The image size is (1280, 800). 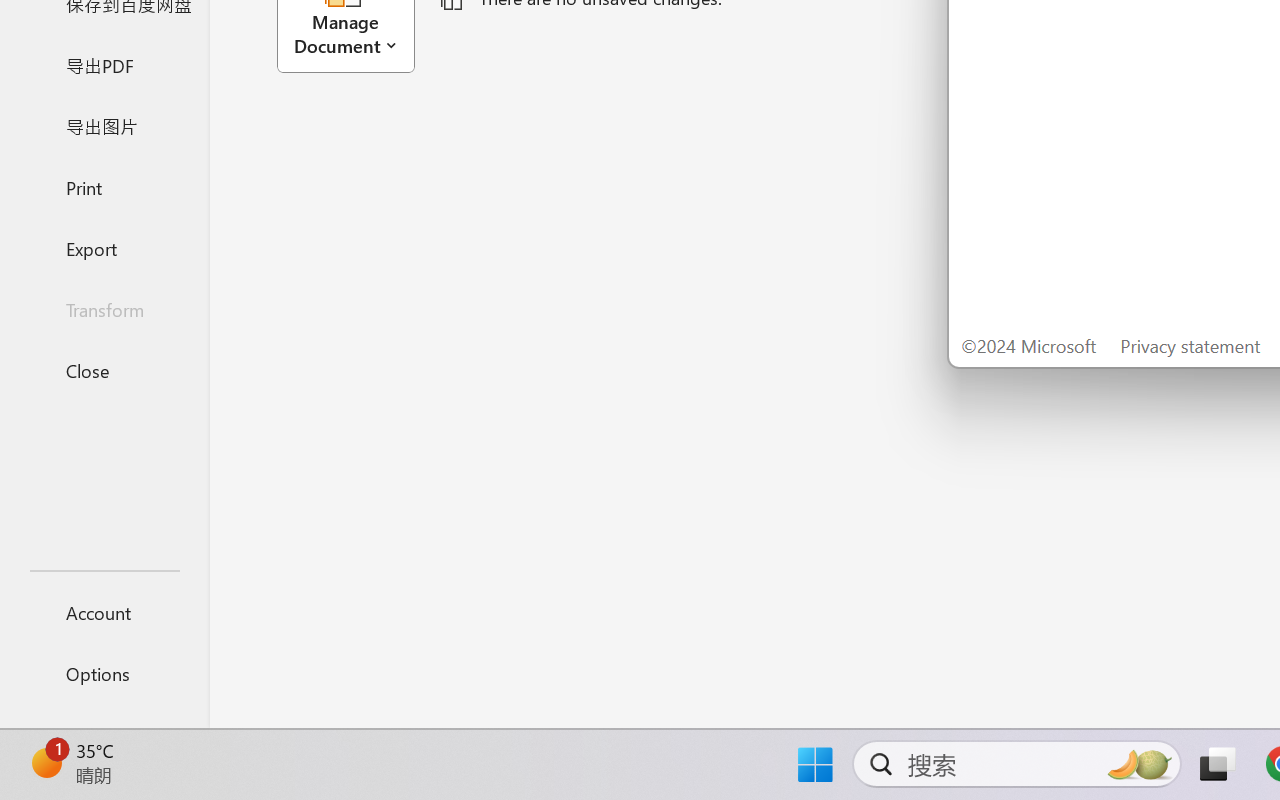 What do you see at coordinates (103, 247) in the screenshot?
I see `'Export'` at bounding box center [103, 247].